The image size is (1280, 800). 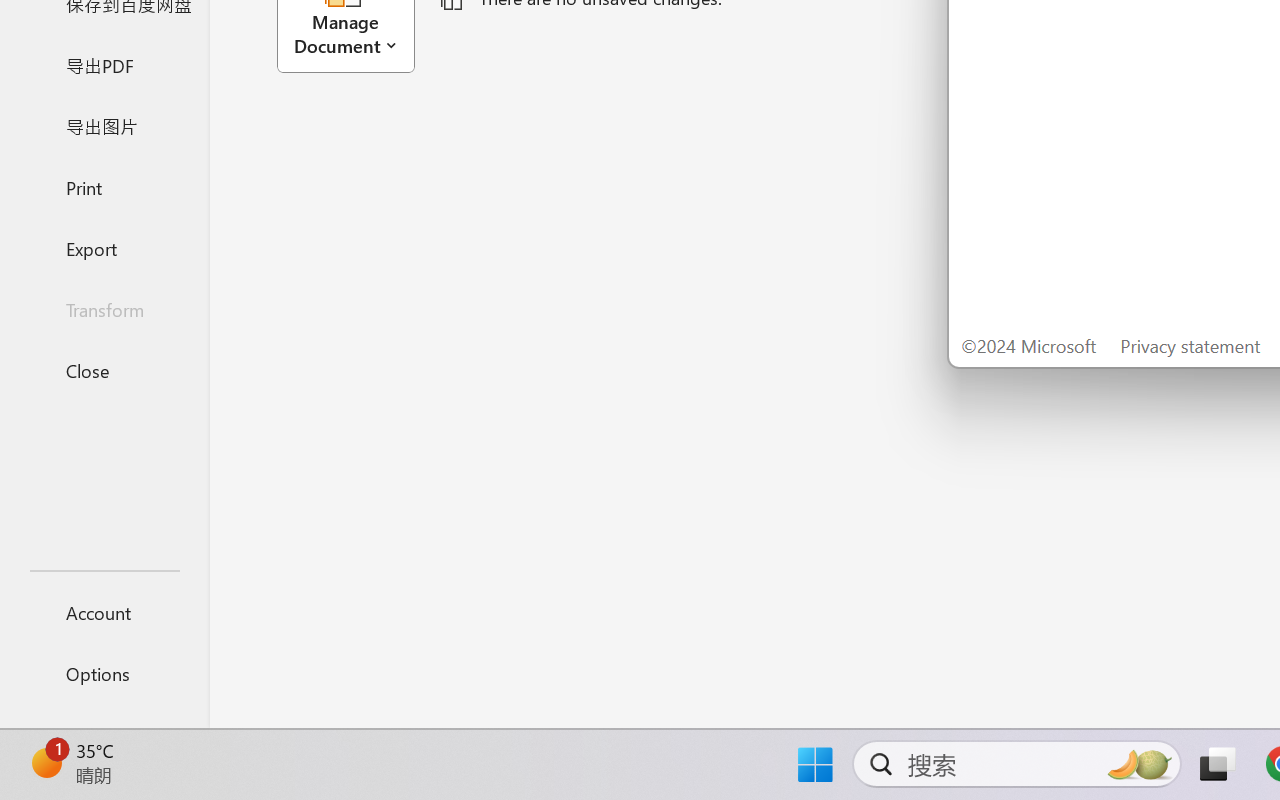 What do you see at coordinates (103, 247) in the screenshot?
I see `'Export'` at bounding box center [103, 247].